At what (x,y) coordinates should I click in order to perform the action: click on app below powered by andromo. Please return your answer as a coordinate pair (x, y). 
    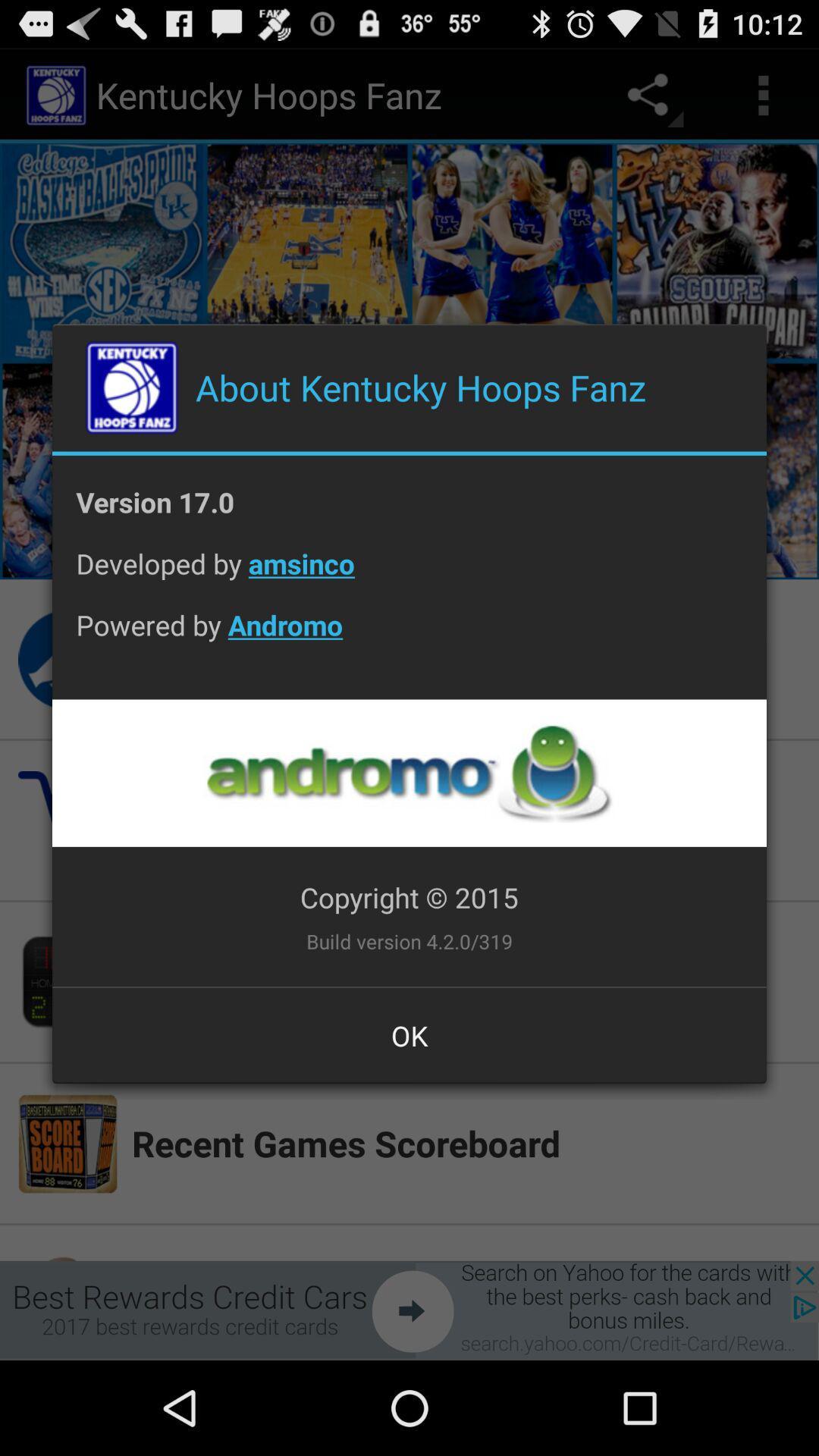
    Looking at the image, I should click on (408, 773).